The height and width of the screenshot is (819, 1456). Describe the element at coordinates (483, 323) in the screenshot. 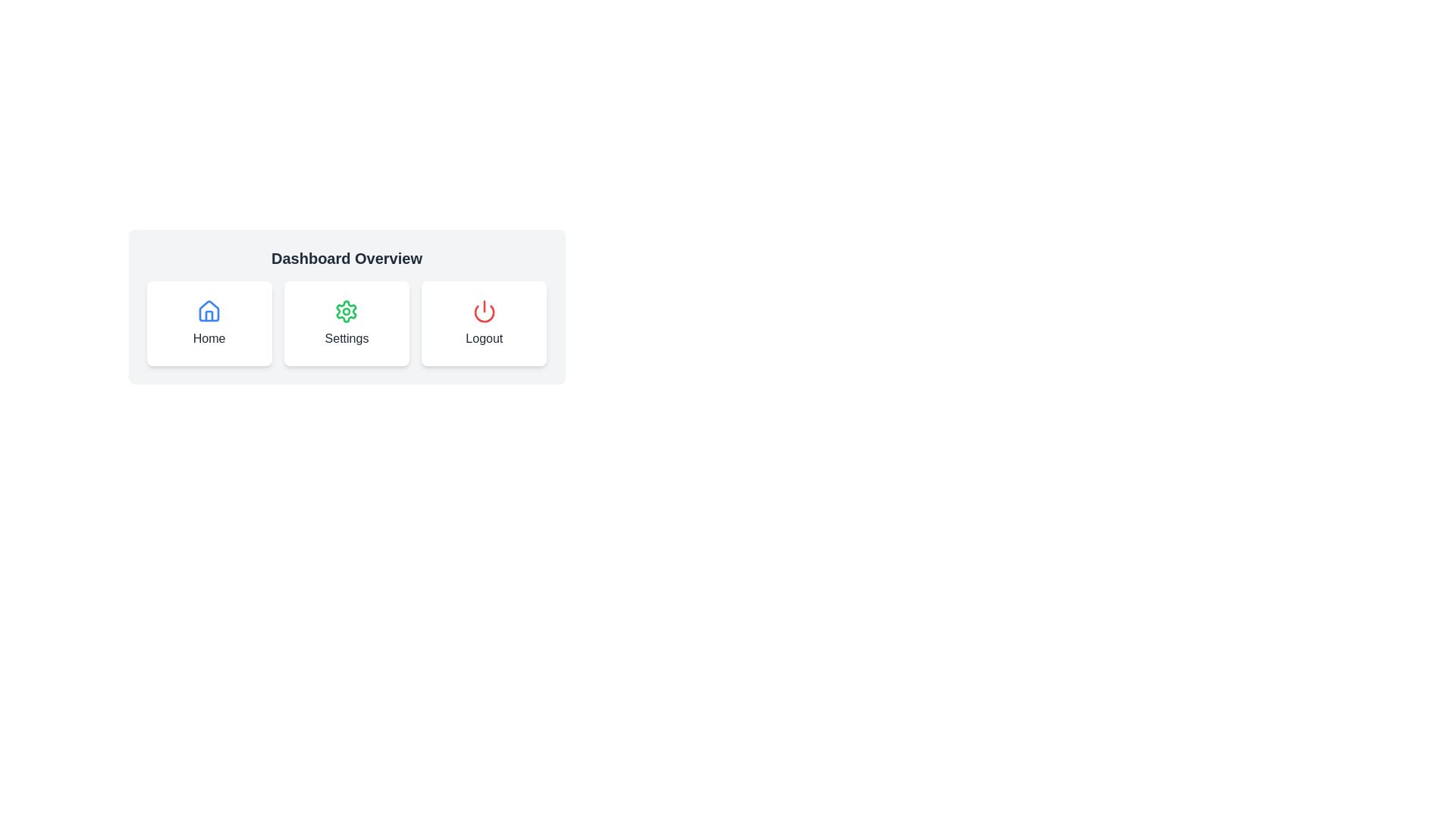

I see `the logout button, which is the third button in a horizontal group of three buttons` at that location.